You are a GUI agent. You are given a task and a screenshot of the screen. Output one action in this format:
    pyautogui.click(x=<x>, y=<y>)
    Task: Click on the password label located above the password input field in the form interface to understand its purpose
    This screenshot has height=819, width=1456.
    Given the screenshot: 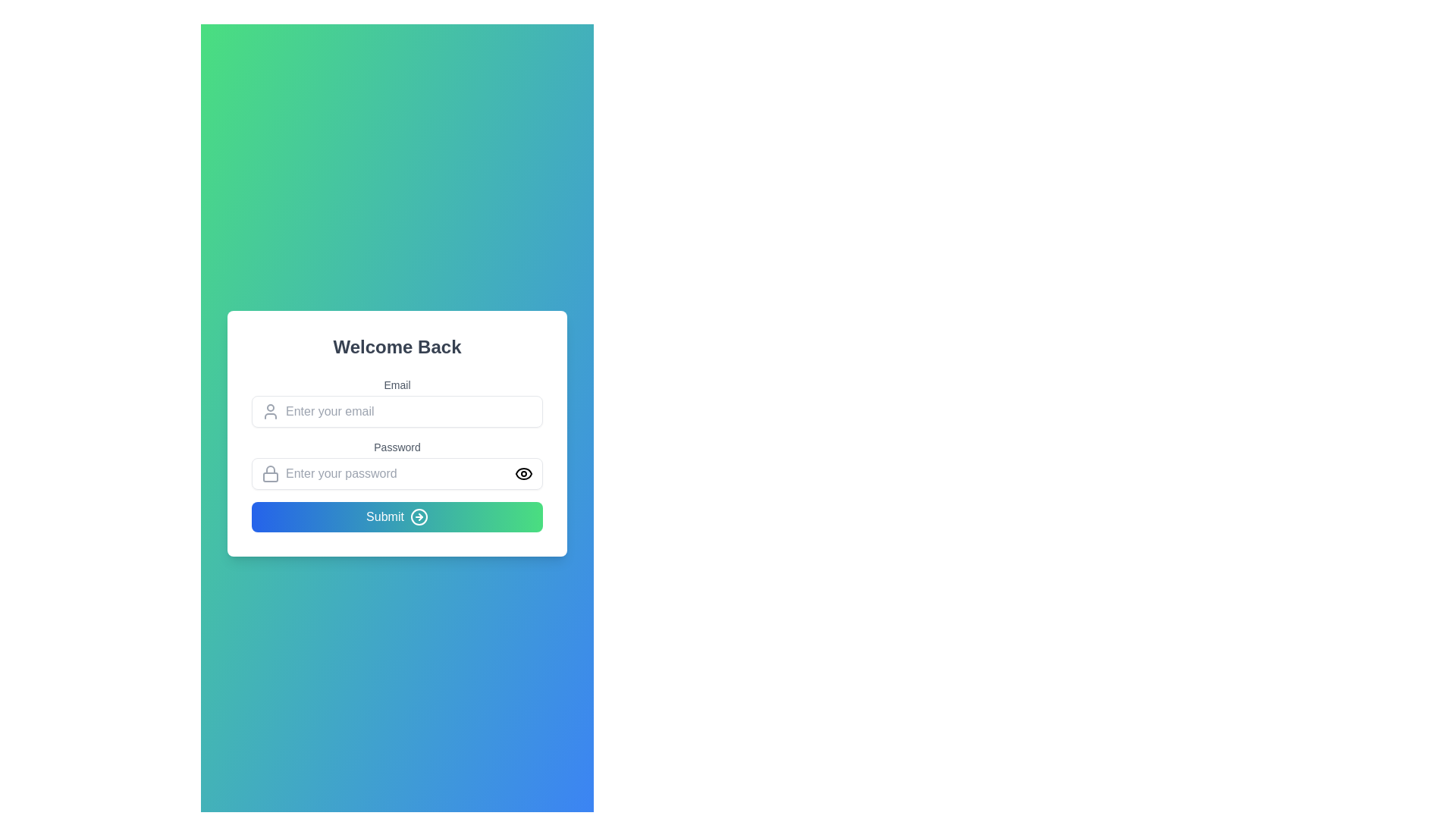 What is the action you would take?
    pyautogui.click(x=397, y=447)
    